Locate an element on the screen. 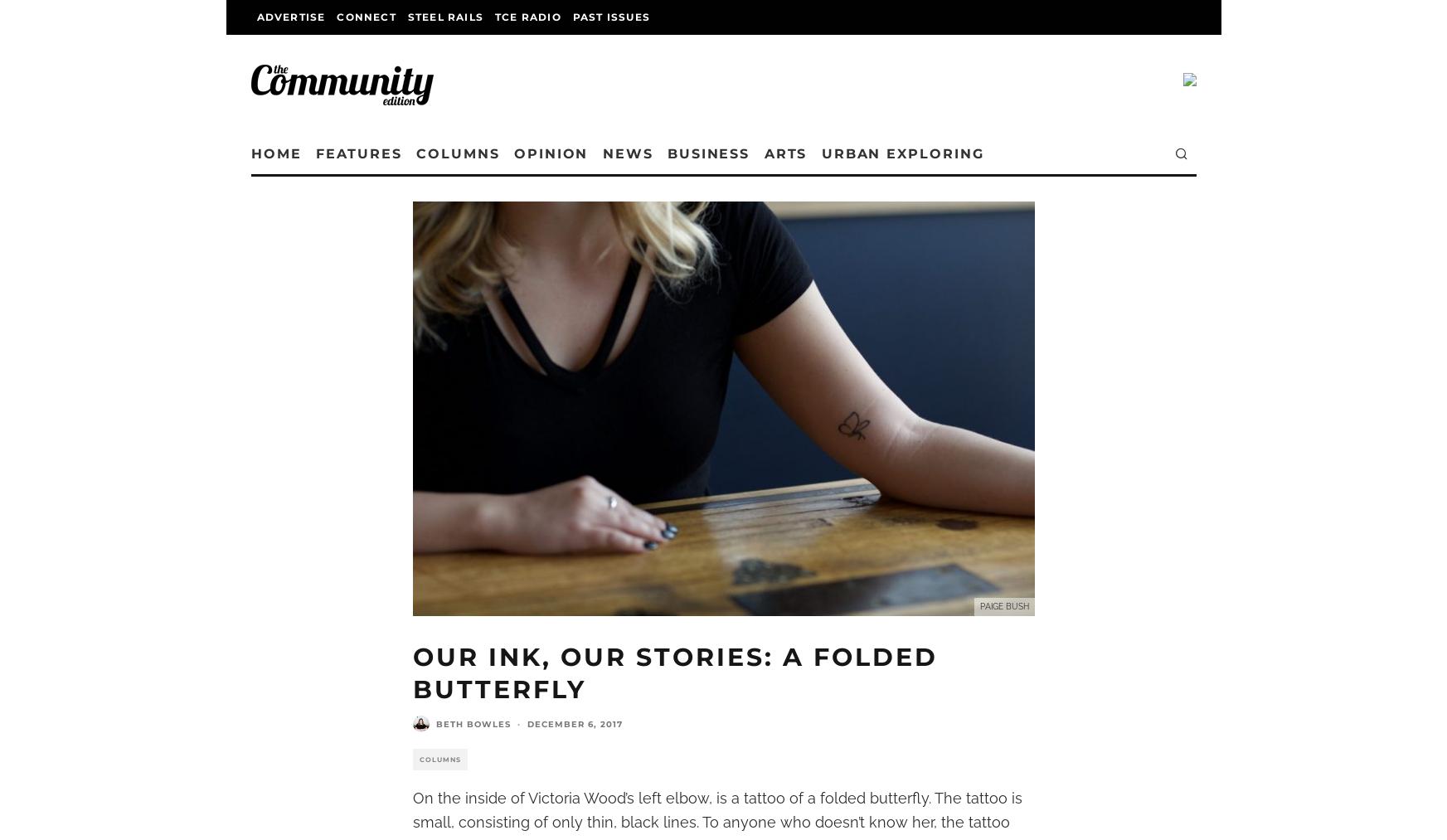  'Opinion' is located at coordinates (605, 153).